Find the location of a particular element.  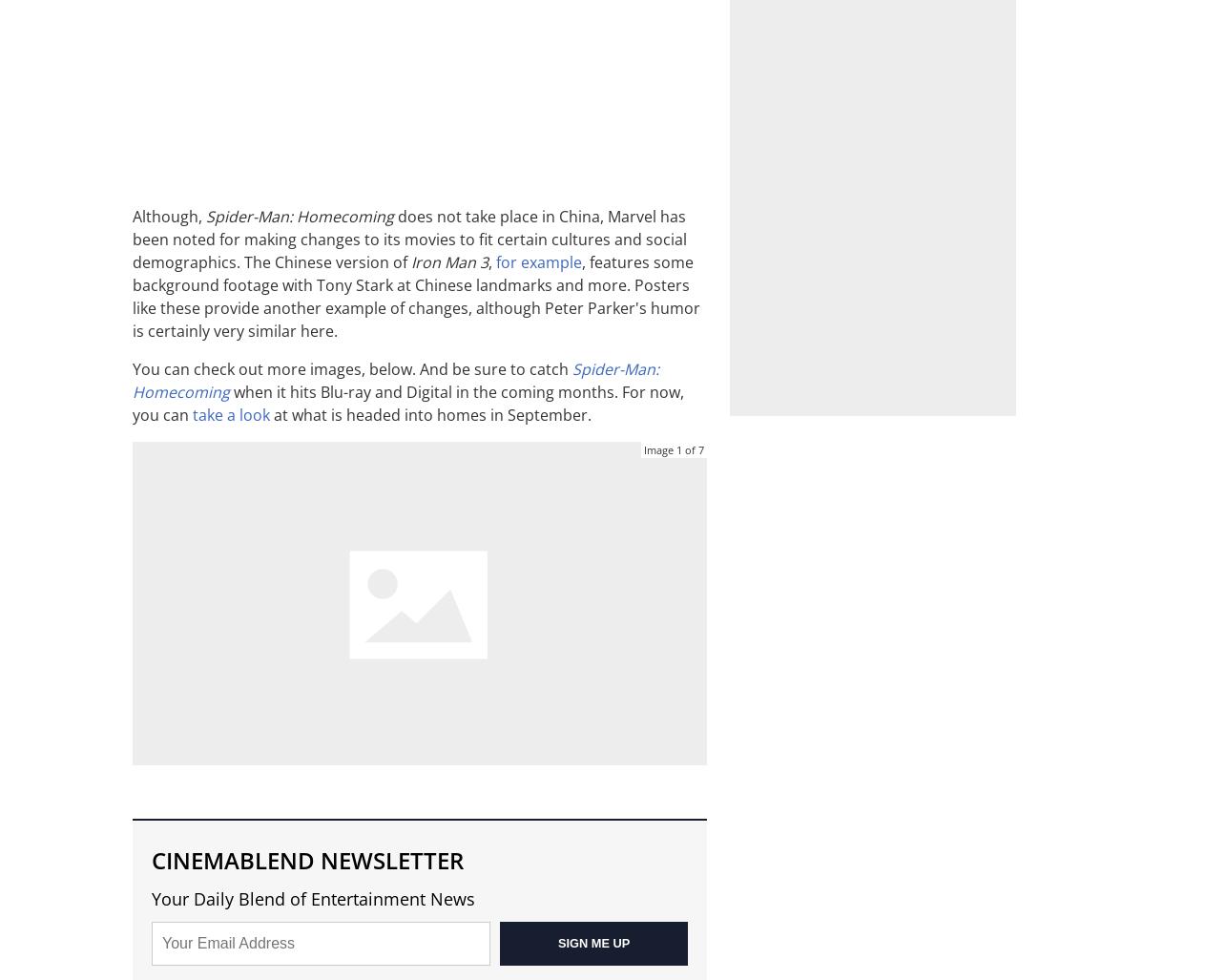

'for example' is located at coordinates (539, 262).